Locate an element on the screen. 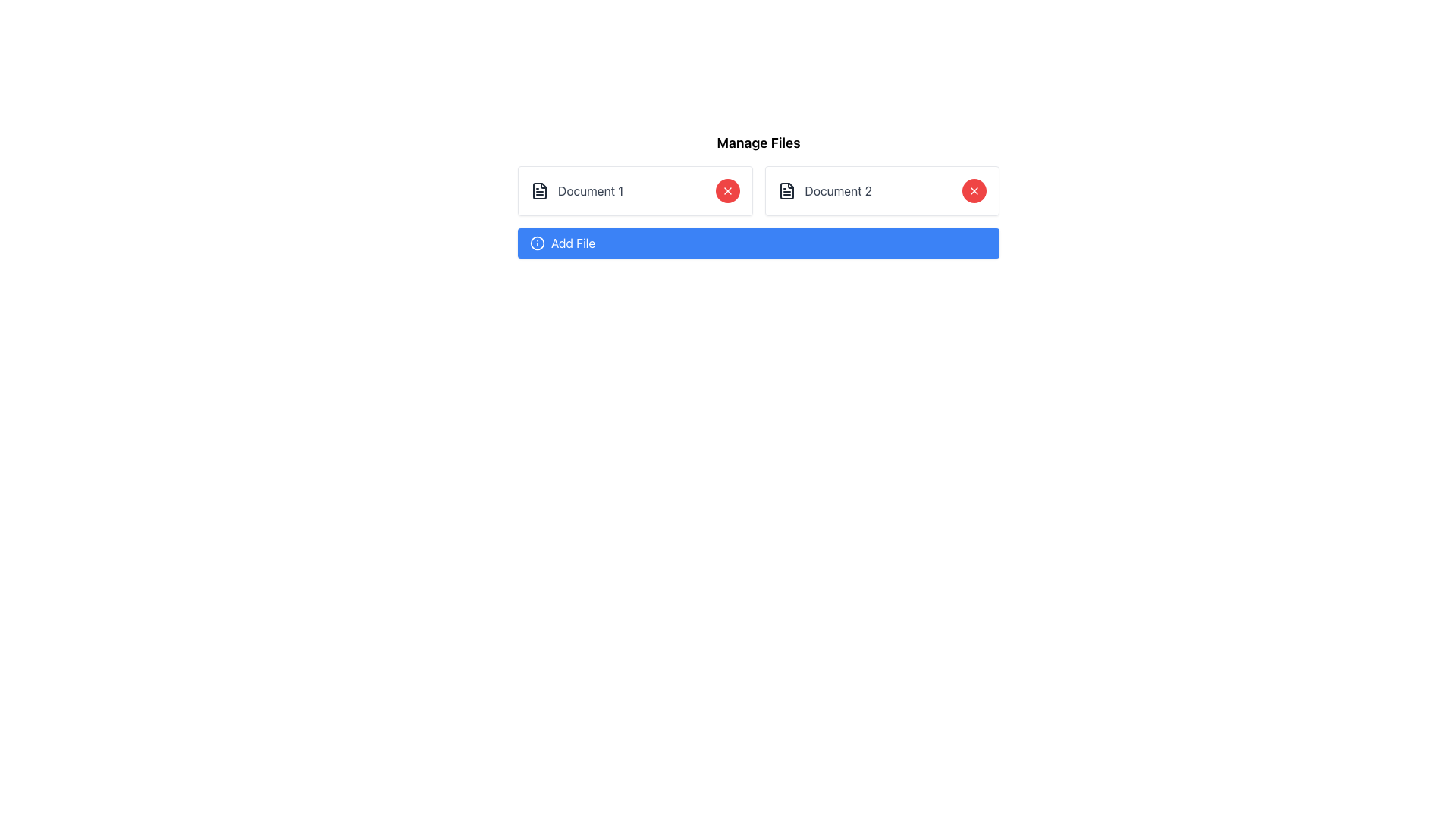 This screenshot has width=1456, height=819. the filled SVG circle element located inside the informational icon is located at coordinates (538, 242).